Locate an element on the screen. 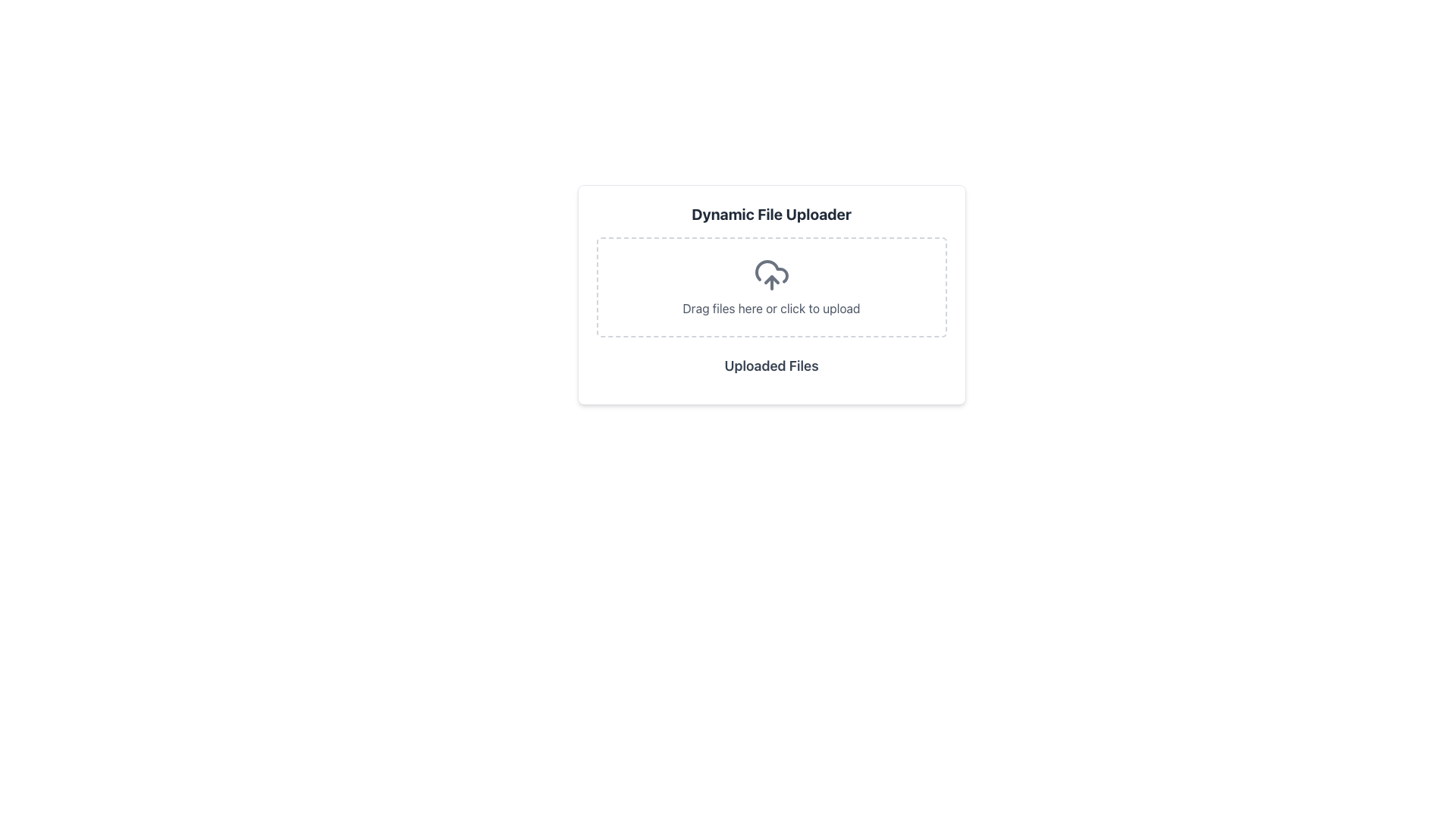  the File Upload Area located under the 'Dynamic File Uploader' heading is located at coordinates (771, 287).